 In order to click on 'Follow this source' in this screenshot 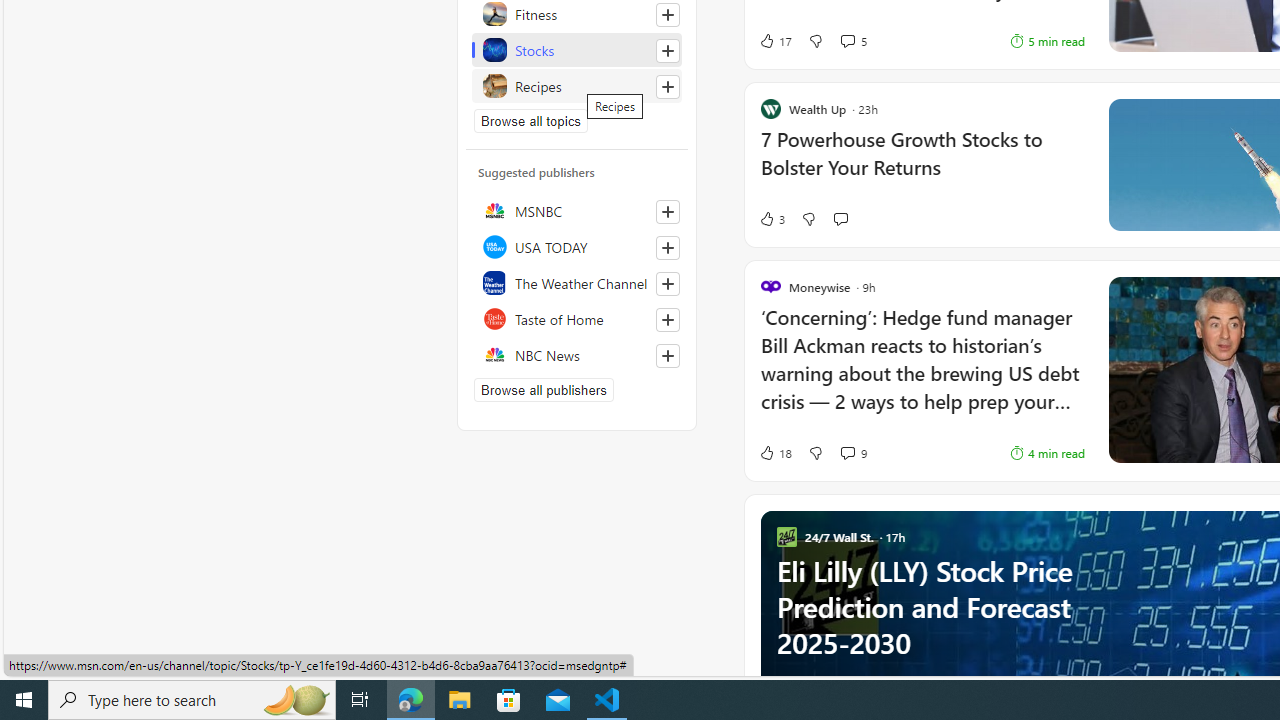, I will do `click(667, 355)`.